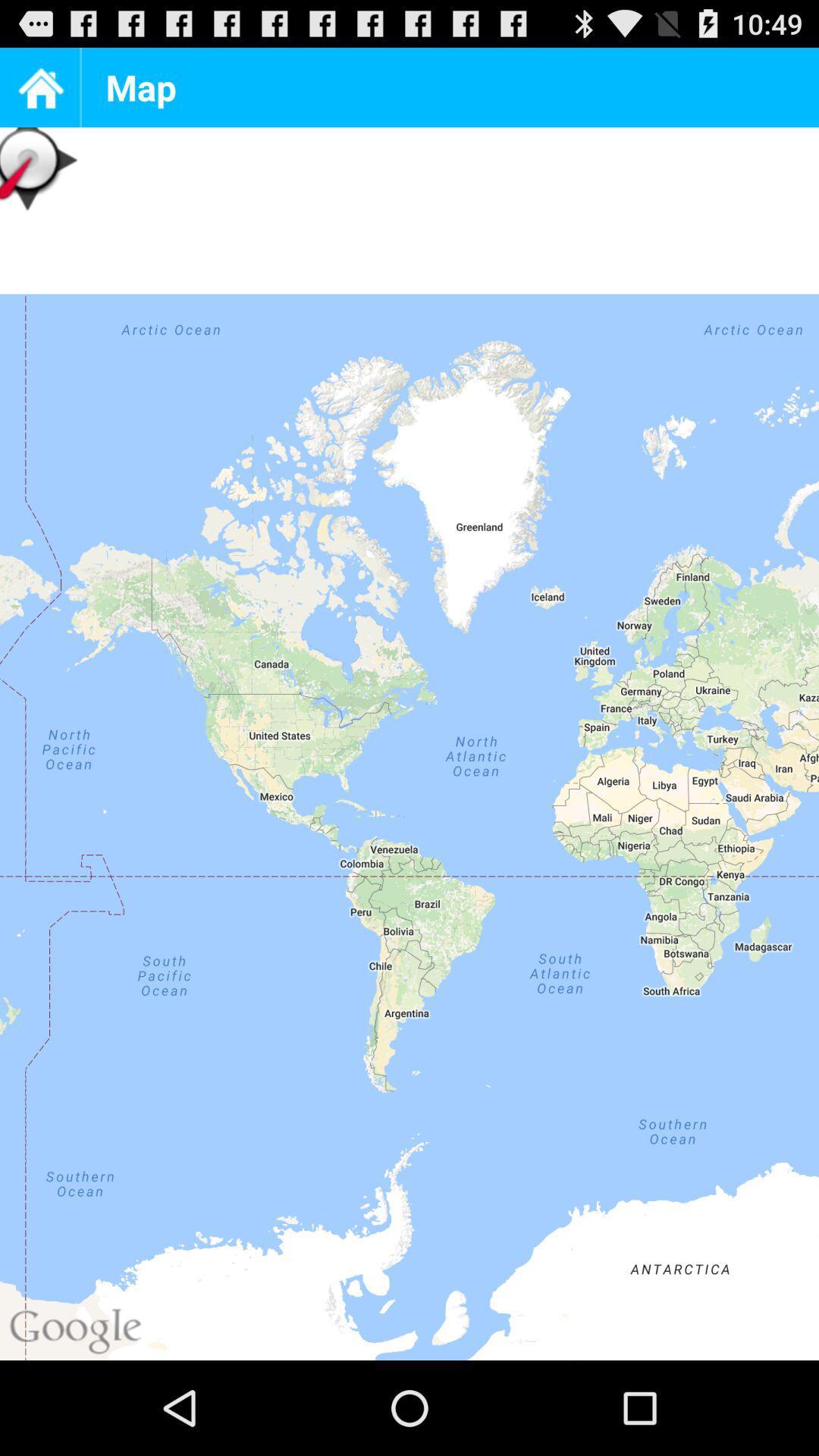 This screenshot has width=819, height=1456. I want to click on the home icon, so click(39, 93).